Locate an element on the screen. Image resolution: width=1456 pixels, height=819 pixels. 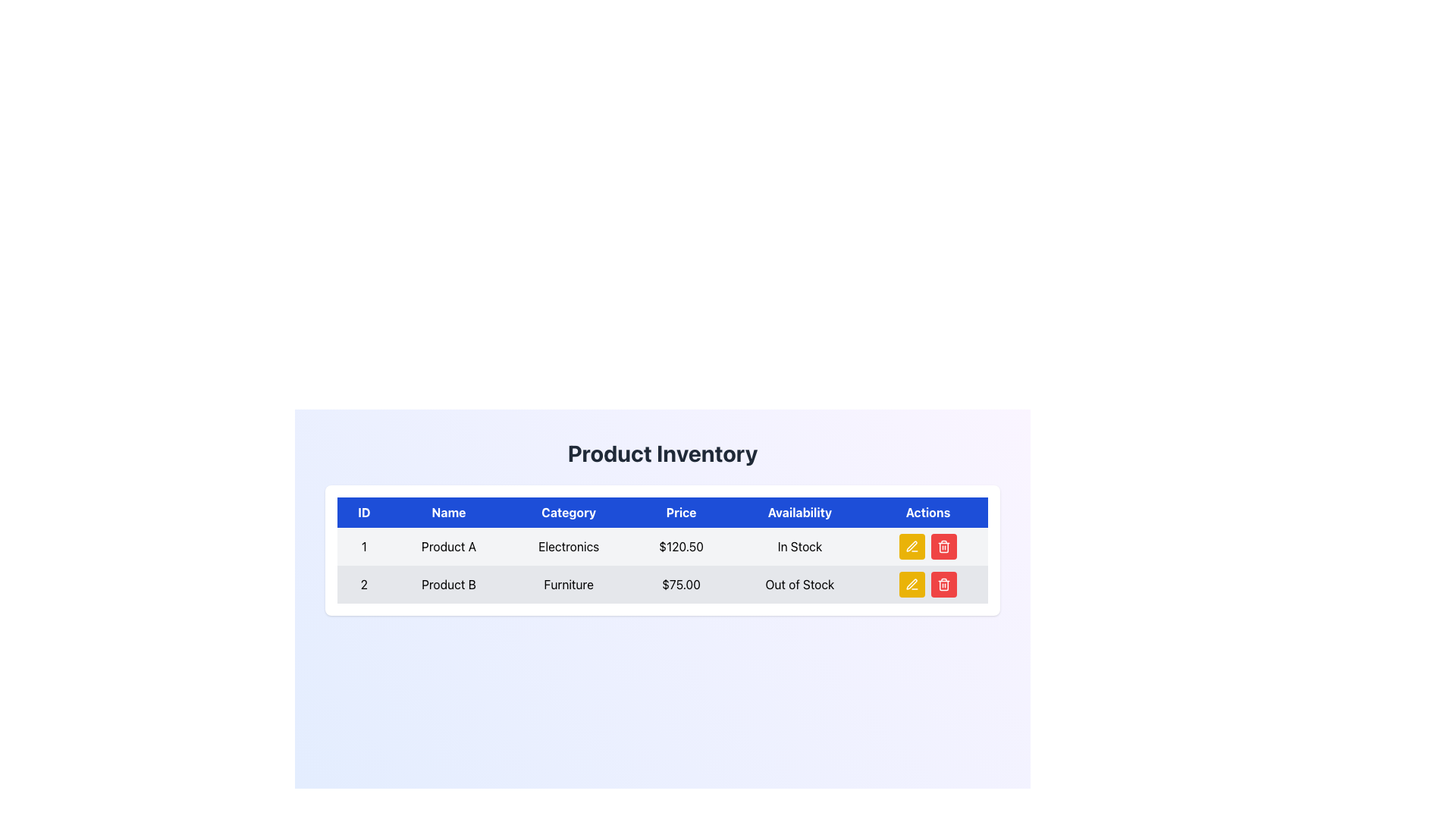
the trash can icon located in the 'Actions' column of the second row of the table is located at coordinates (943, 585).